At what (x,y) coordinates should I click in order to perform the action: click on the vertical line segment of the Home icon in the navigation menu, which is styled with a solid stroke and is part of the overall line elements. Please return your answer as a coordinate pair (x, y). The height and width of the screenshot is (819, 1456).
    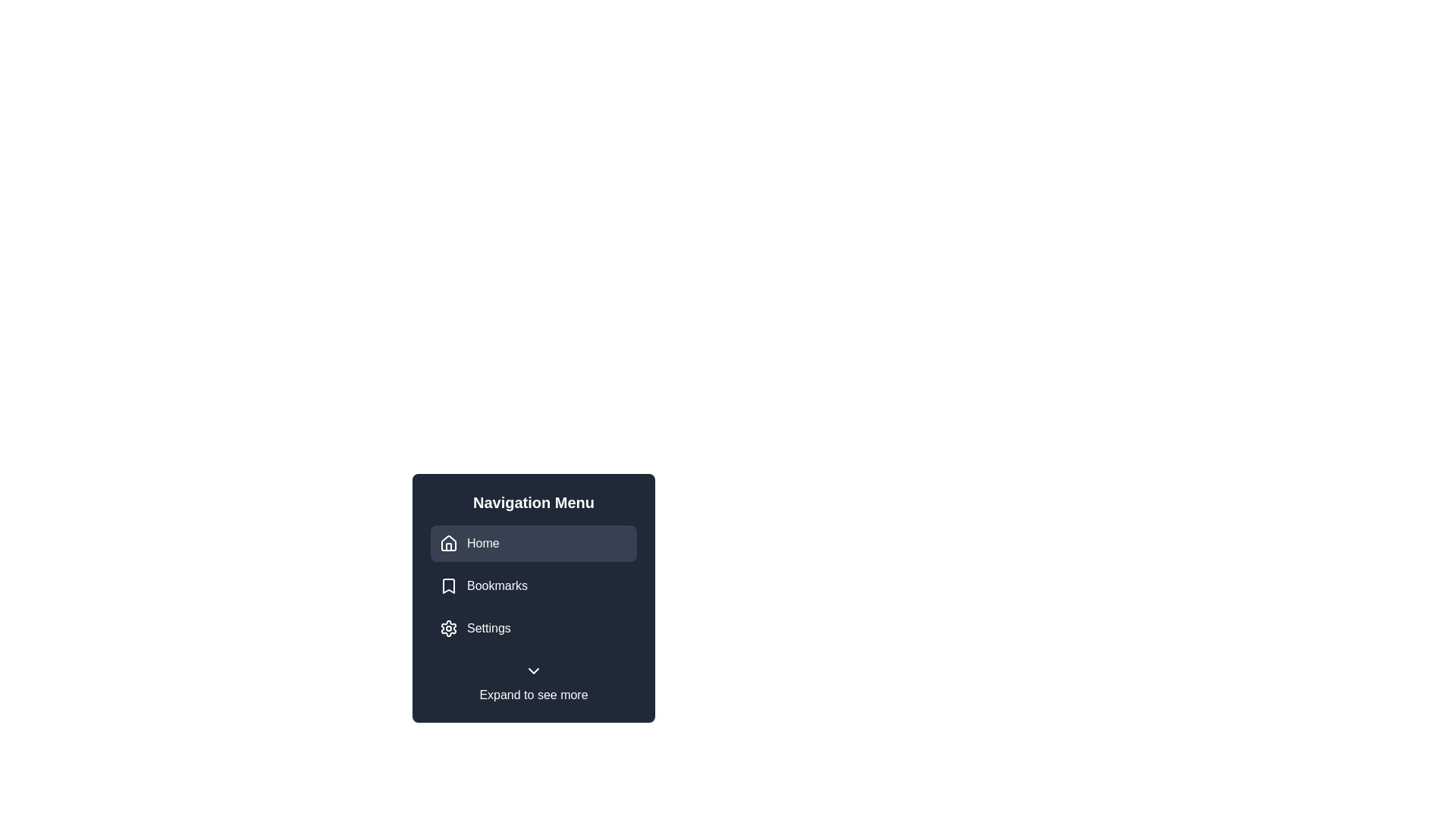
    Looking at the image, I should click on (447, 547).